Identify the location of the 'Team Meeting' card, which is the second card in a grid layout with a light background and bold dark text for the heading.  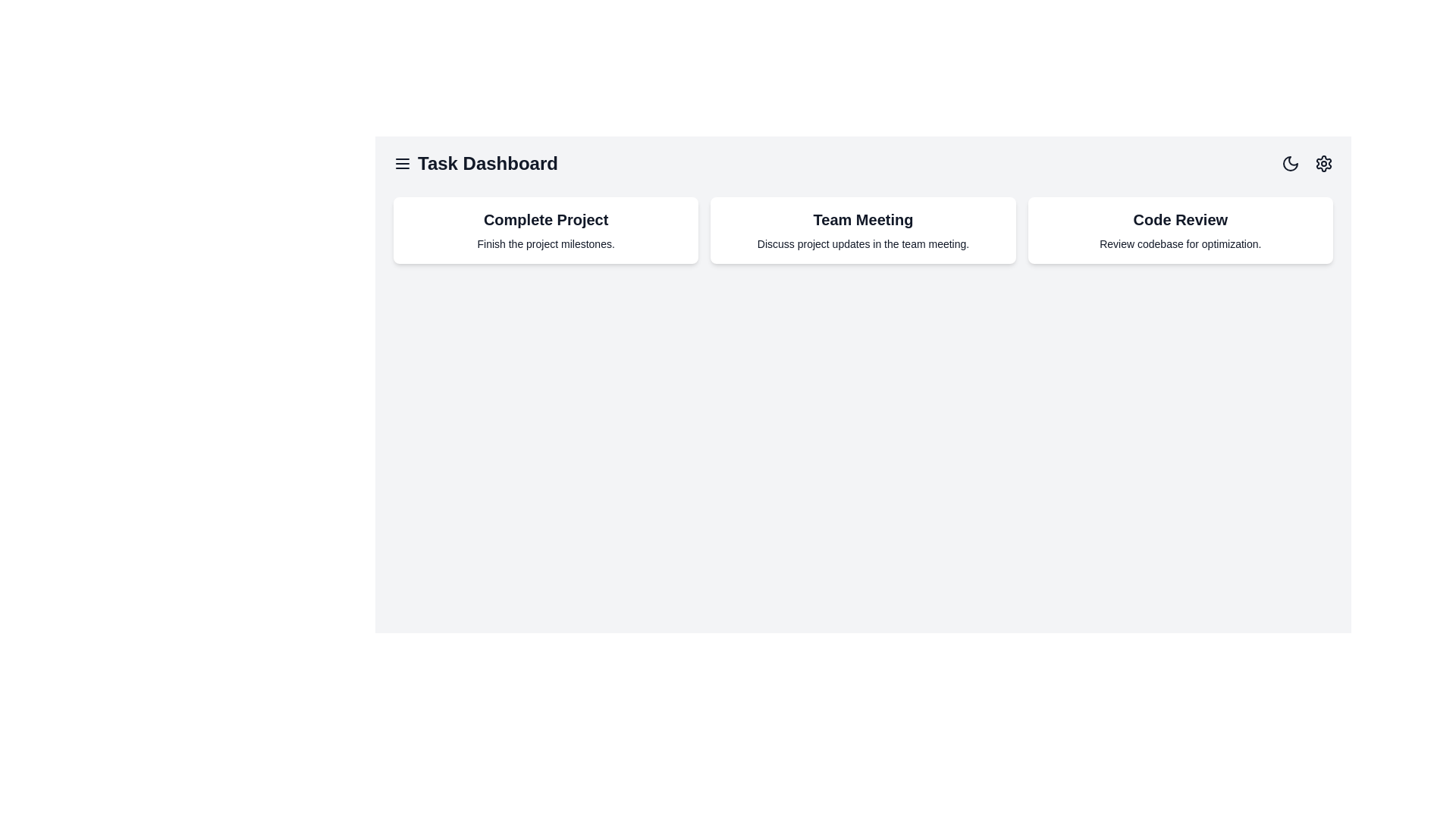
(863, 231).